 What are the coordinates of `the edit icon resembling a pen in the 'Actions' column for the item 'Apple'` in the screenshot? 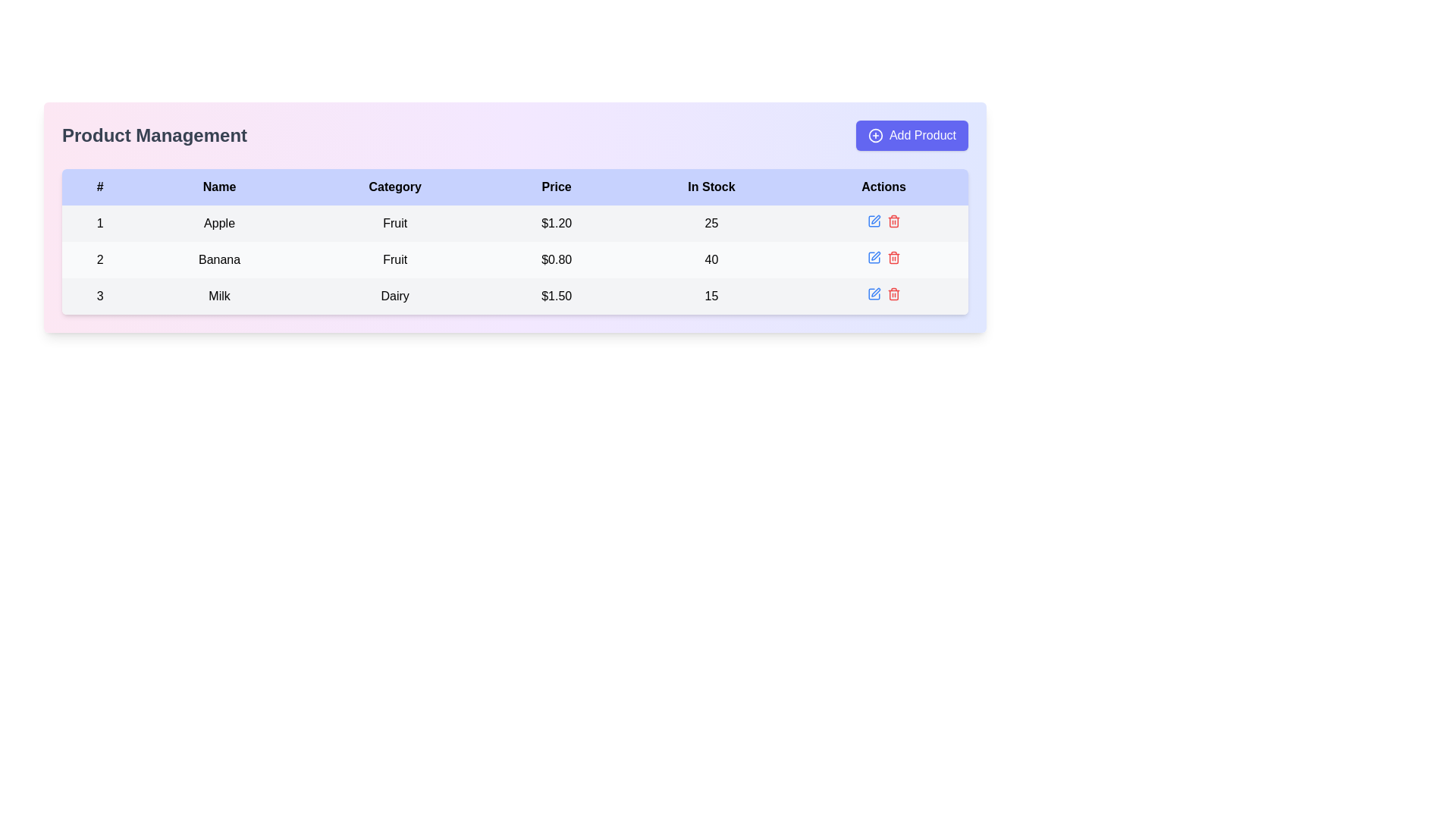 It's located at (875, 219).